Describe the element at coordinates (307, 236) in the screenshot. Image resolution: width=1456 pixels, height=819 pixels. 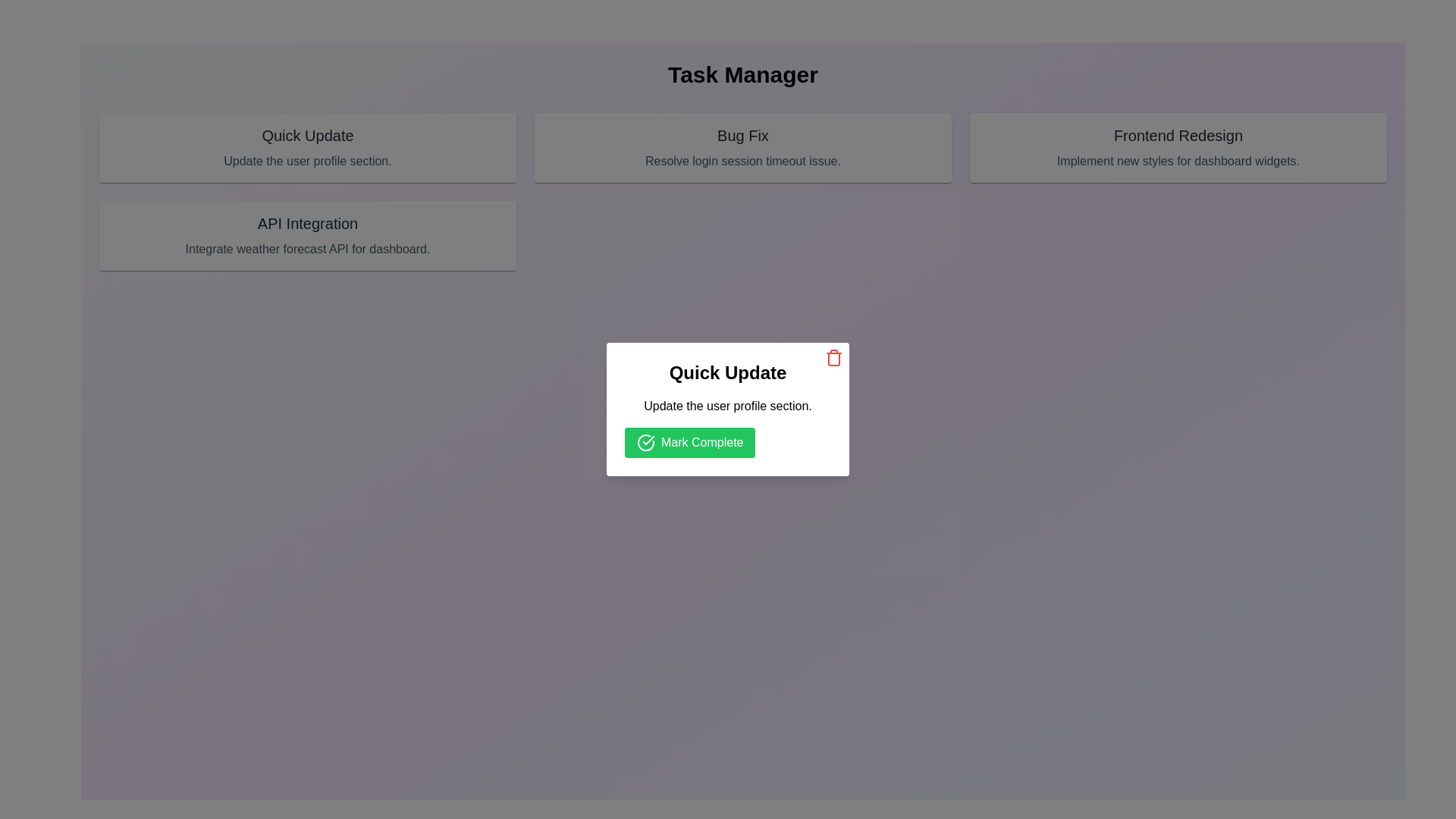
I see `the API Integration card located in the second column of the top row of the grid layout` at that location.